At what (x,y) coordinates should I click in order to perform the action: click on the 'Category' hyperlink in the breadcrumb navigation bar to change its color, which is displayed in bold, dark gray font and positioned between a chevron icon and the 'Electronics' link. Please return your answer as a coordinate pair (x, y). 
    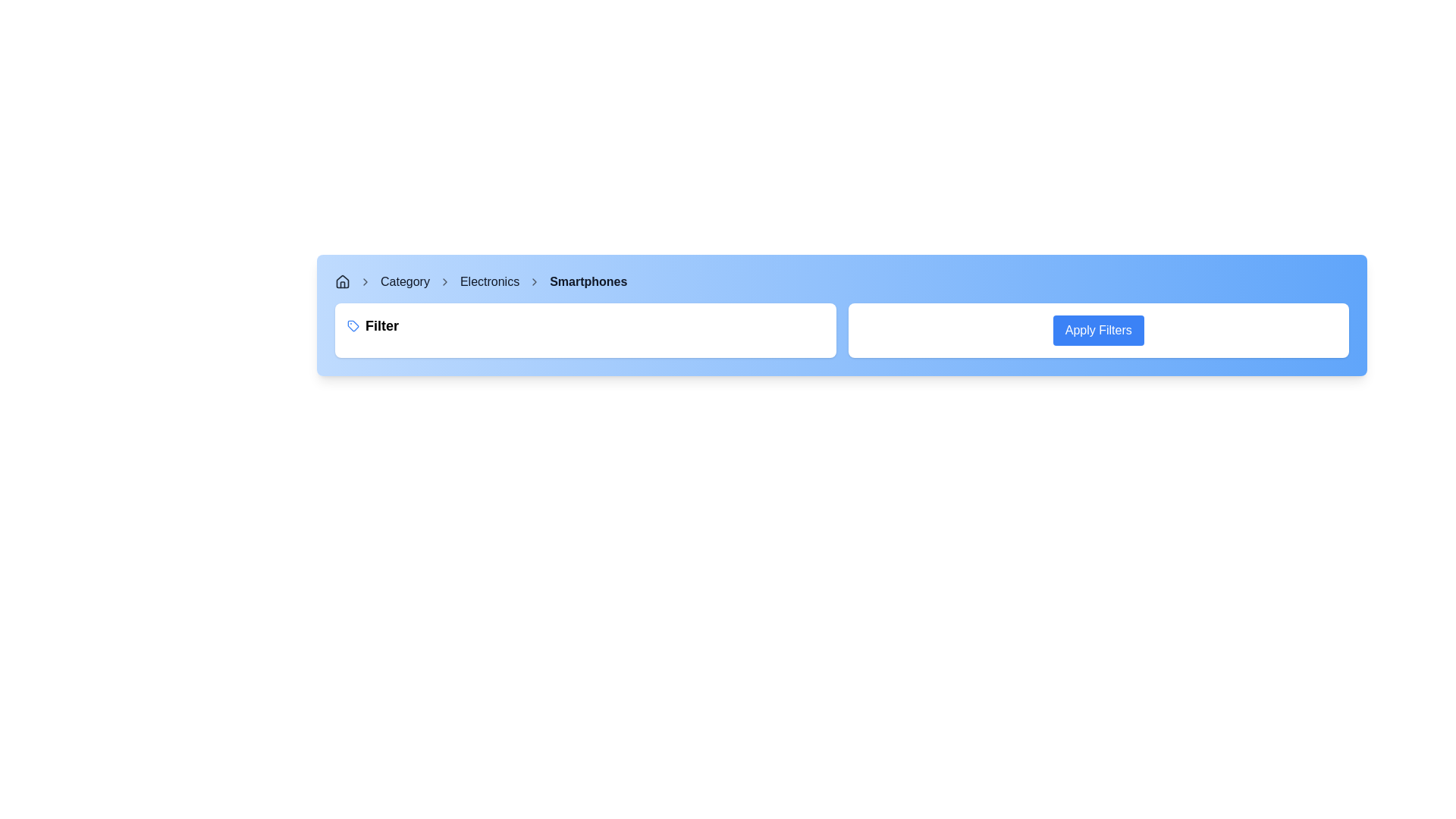
    Looking at the image, I should click on (405, 281).